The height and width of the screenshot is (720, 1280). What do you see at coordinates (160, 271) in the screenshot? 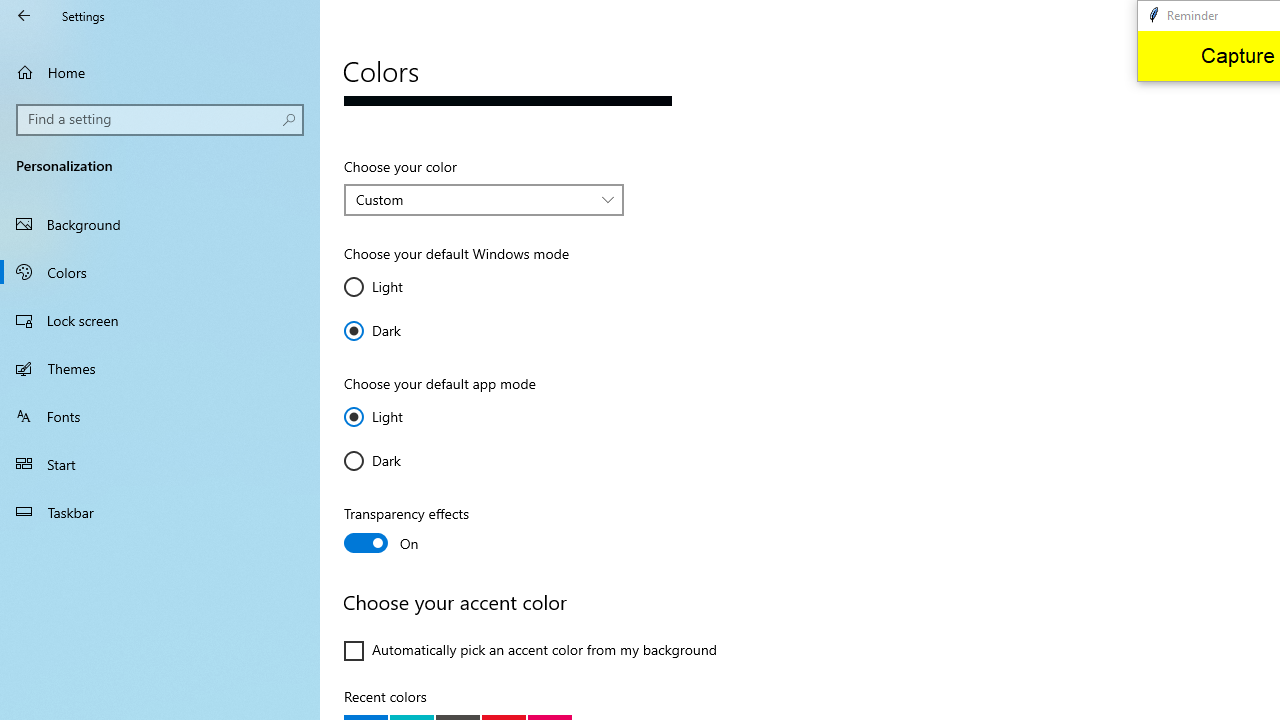
I see `'Colors'` at bounding box center [160, 271].